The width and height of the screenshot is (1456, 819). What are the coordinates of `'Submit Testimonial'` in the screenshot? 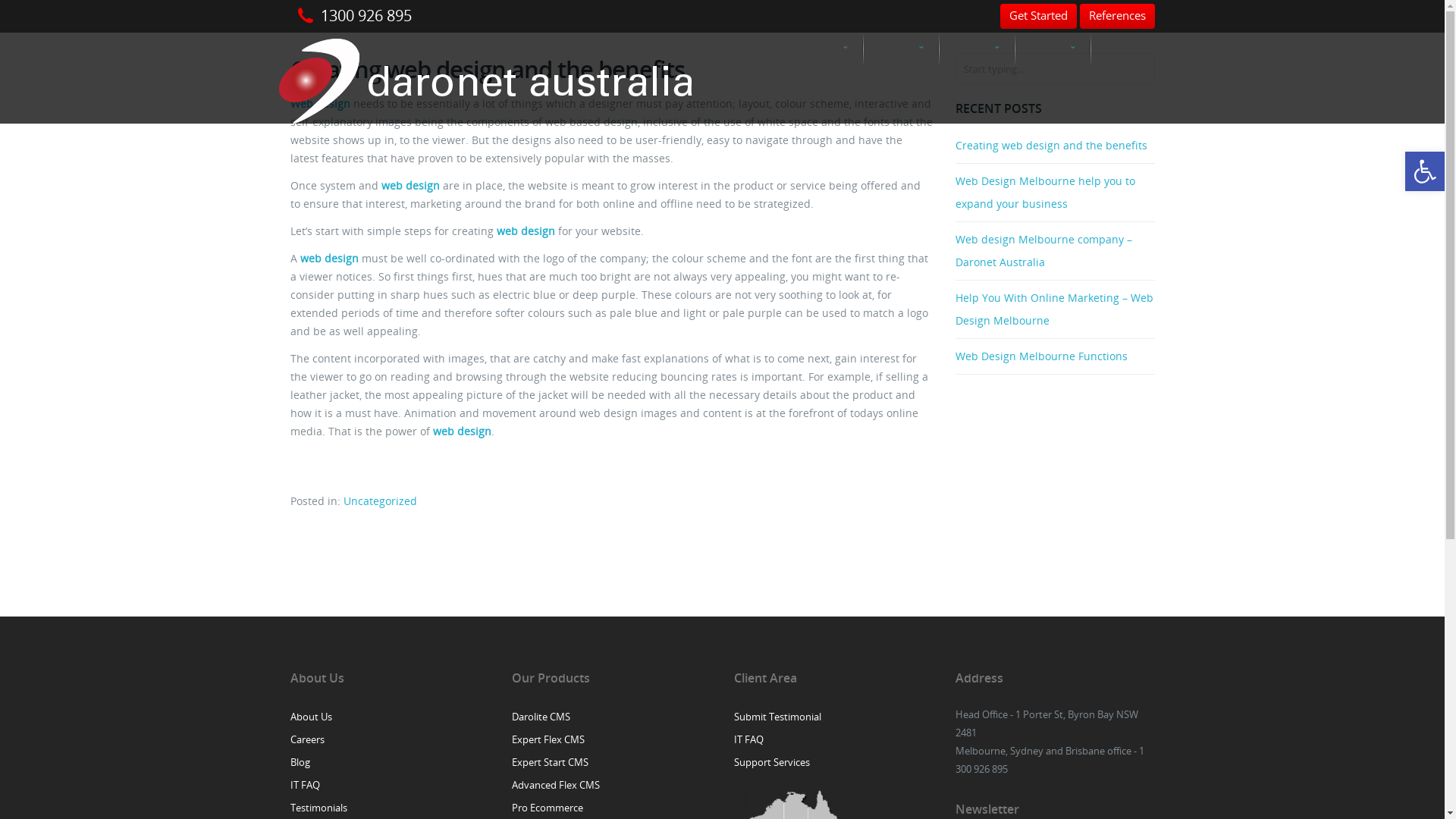 It's located at (777, 717).